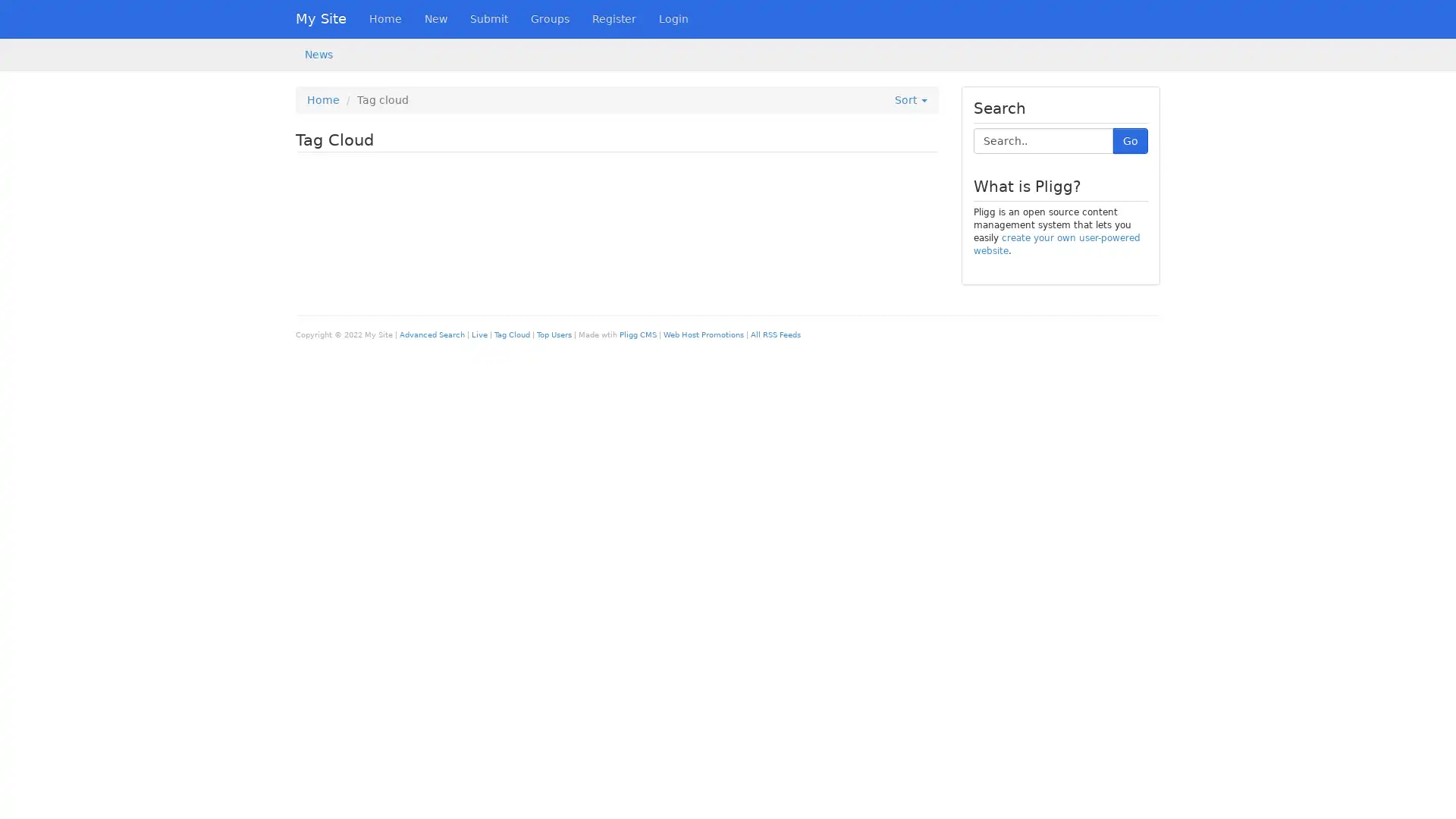 Image resolution: width=1456 pixels, height=819 pixels. Describe the element at coordinates (1131, 140) in the screenshot. I see `Go` at that location.